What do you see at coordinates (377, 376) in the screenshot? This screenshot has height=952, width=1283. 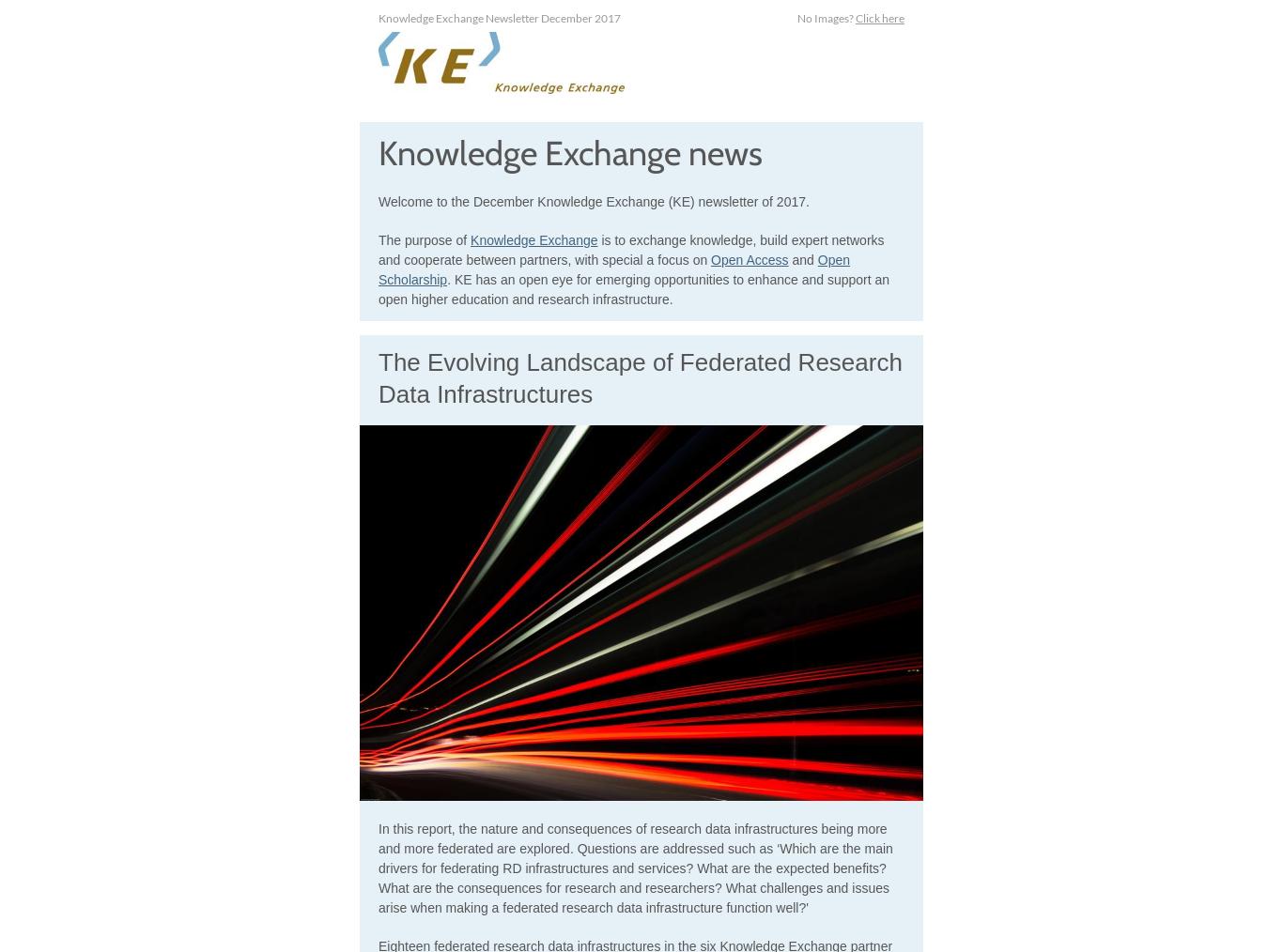 I see `'The Evolving Landscape of Federated Research Data Infrastructures'` at bounding box center [377, 376].